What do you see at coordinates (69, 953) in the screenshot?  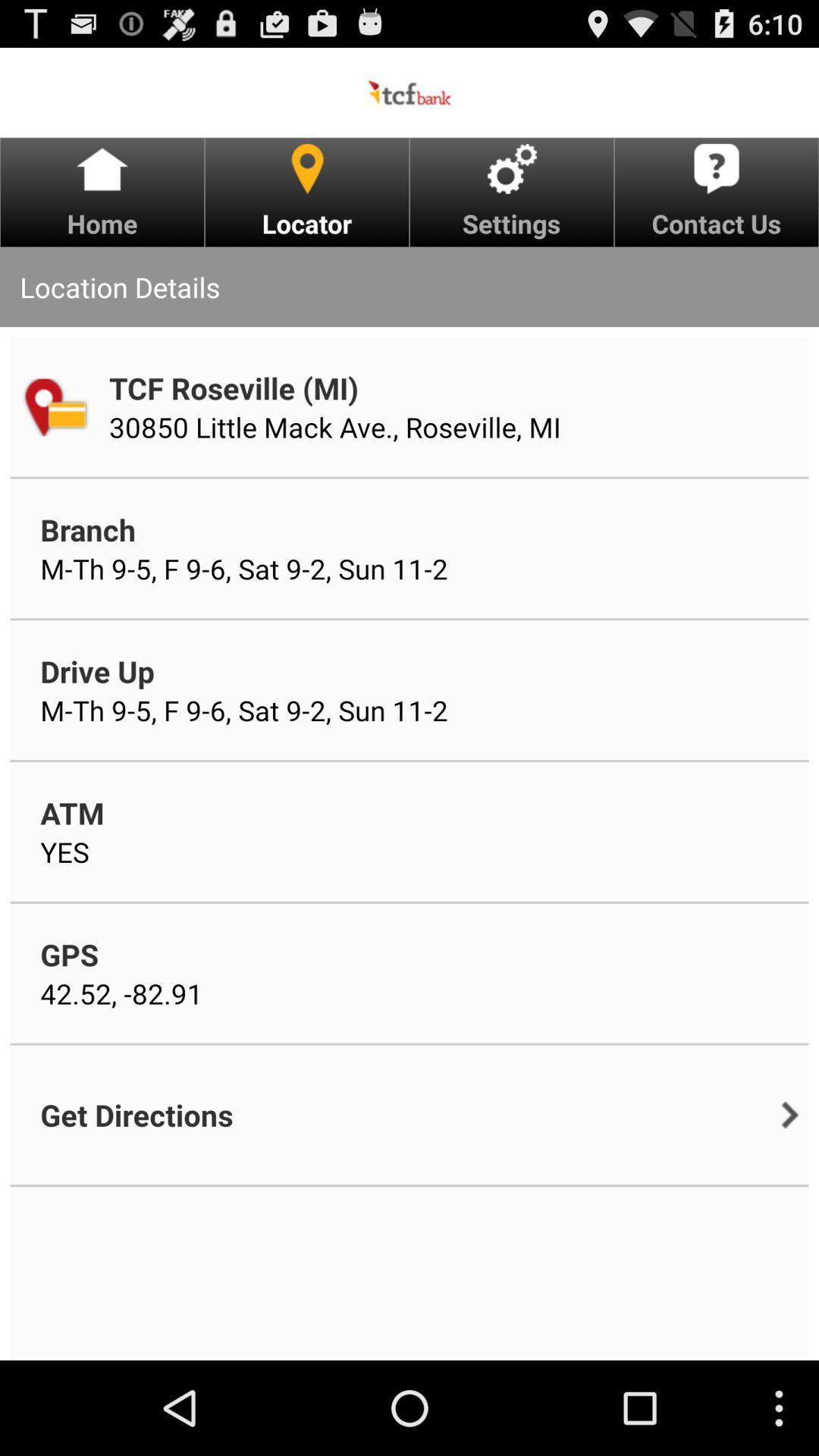 I see `the icon below yes icon` at bounding box center [69, 953].